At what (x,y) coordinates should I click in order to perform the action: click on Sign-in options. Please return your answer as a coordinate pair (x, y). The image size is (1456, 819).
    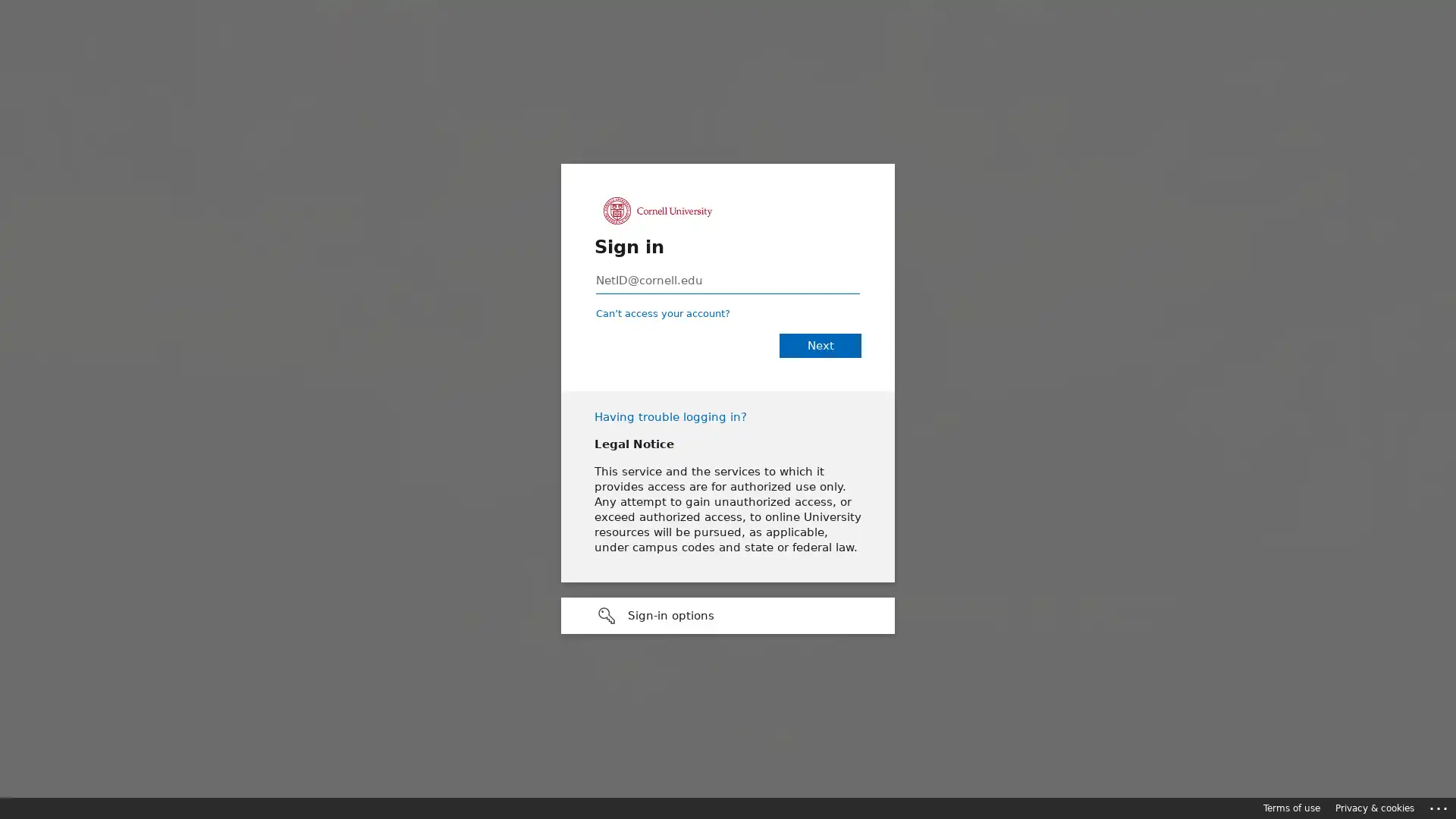
    Looking at the image, I should click on (728, 616).